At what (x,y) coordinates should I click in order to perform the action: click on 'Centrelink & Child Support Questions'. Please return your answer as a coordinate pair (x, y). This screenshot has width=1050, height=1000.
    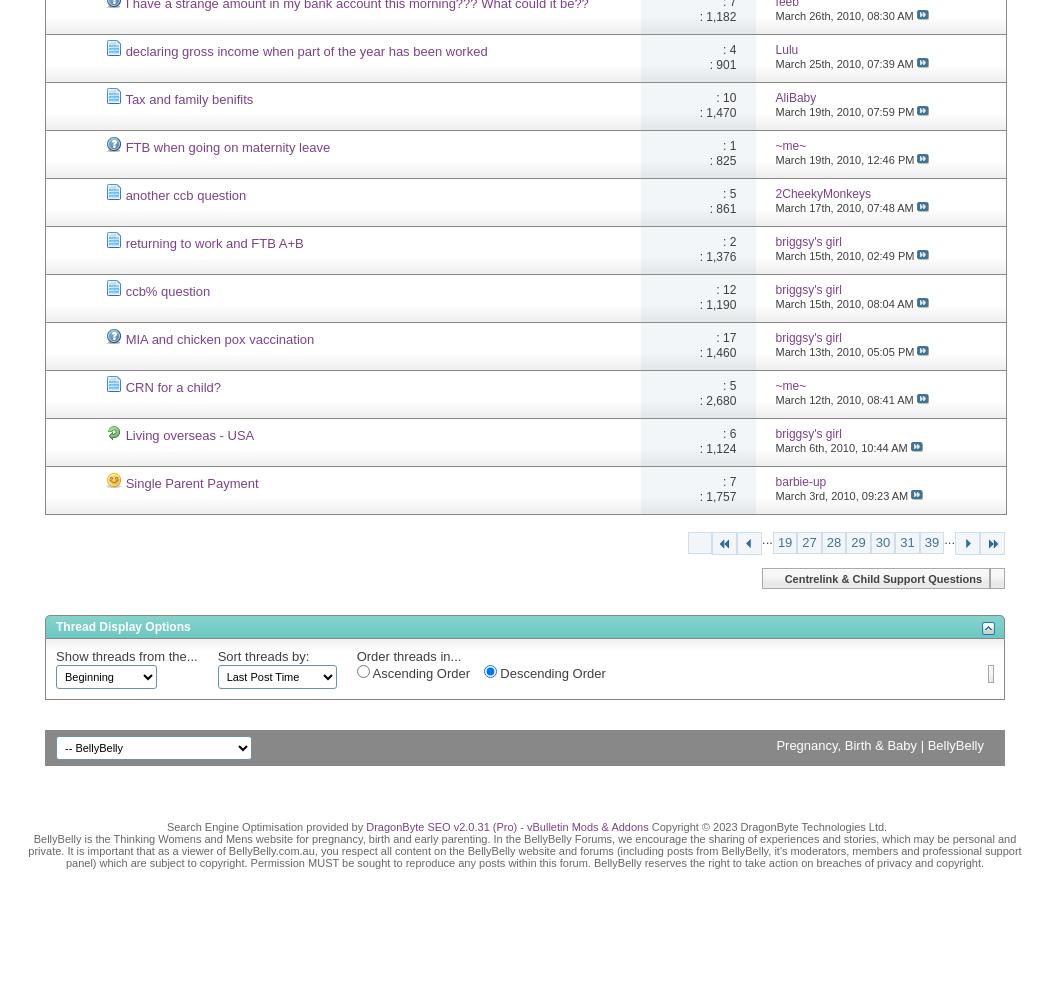
    Looking at the image, I should click on (882, 577).